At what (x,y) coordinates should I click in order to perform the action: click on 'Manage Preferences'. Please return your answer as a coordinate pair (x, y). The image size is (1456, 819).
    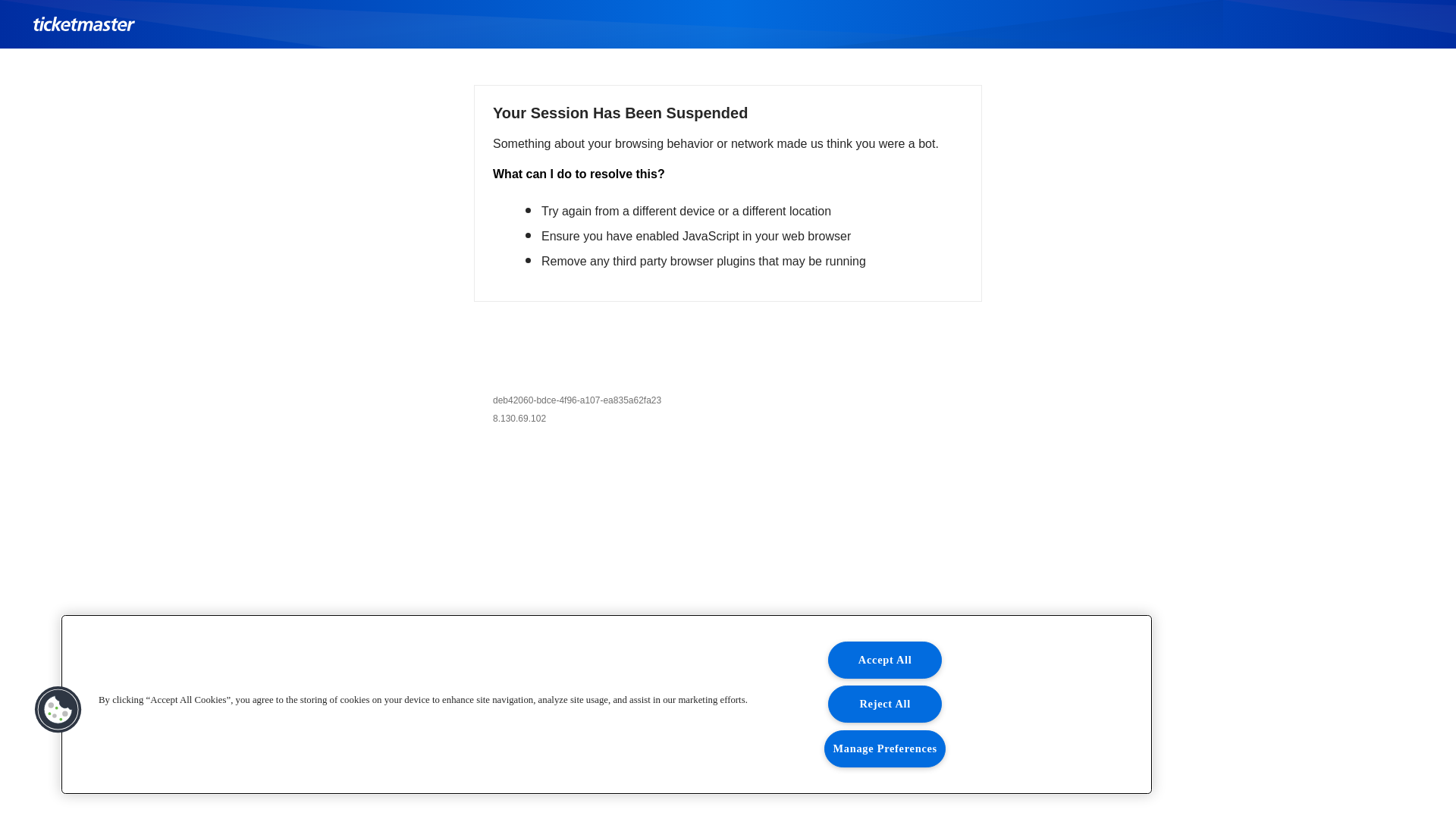
    Looking at the image, I should click on (823, 748).